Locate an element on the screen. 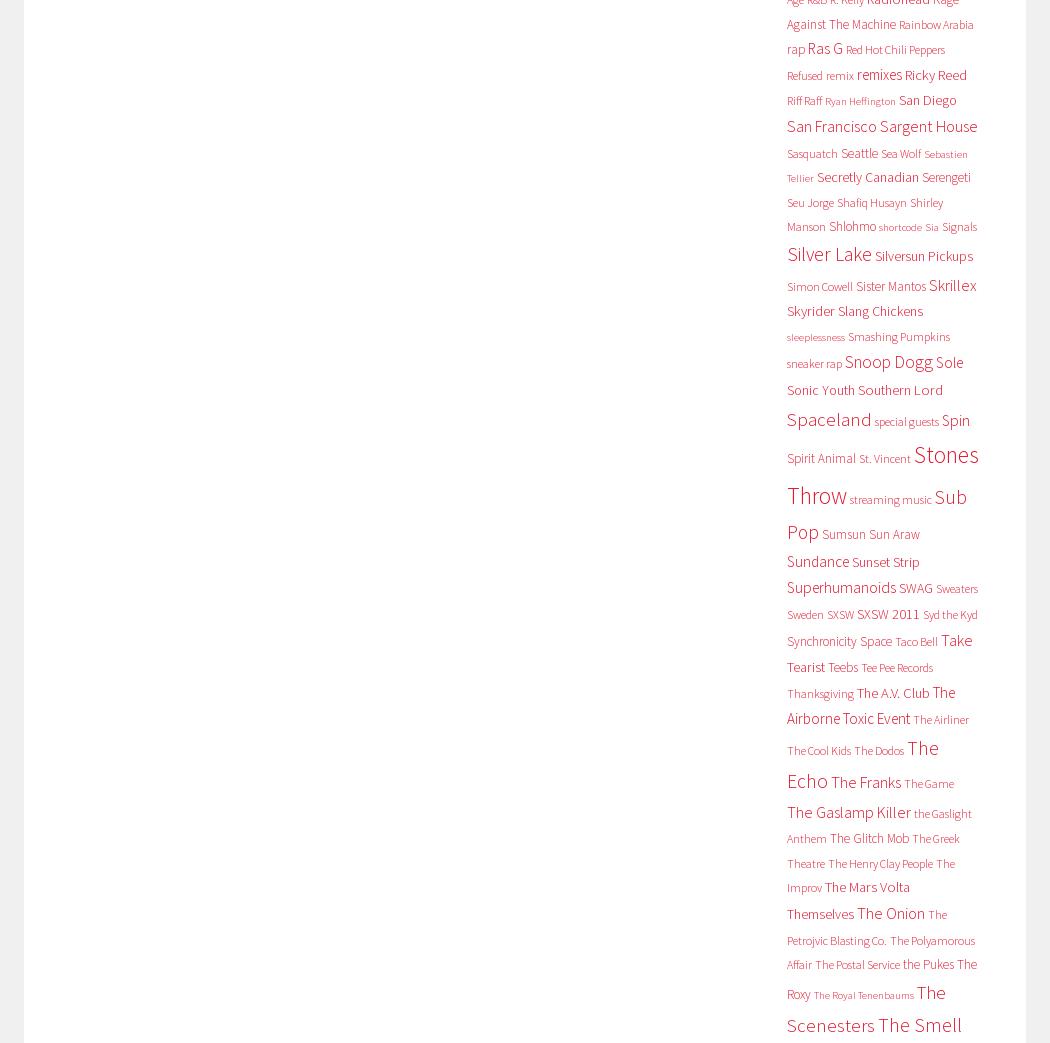 The height and width of the screenshot is (1043, 1050). 'Spaceland' is located at coordinates (828, 418).